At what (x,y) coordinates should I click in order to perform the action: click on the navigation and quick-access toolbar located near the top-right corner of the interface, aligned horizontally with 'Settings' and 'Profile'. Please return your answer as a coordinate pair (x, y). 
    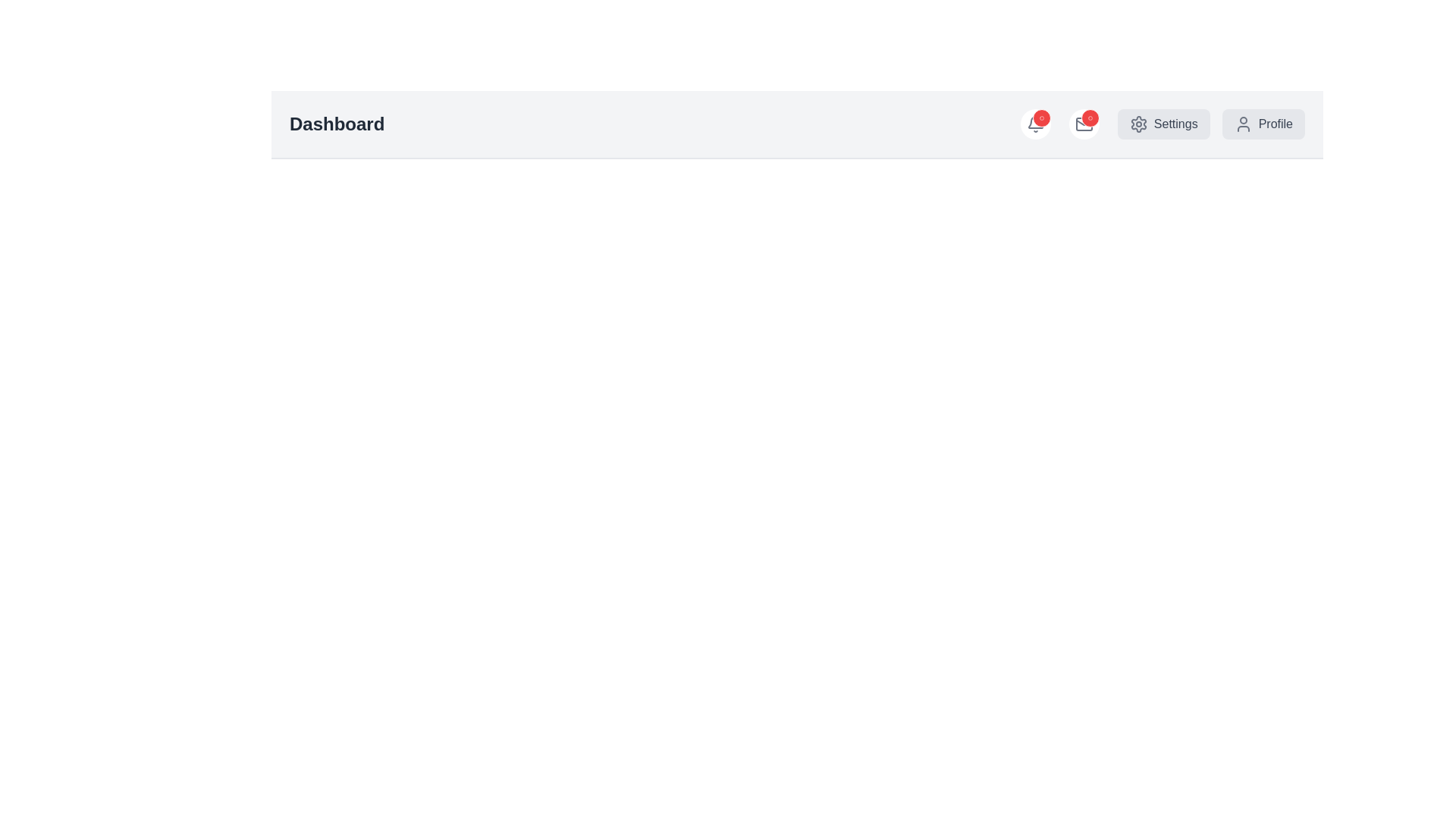
    Looking at the image, I should click on (1162, 124).